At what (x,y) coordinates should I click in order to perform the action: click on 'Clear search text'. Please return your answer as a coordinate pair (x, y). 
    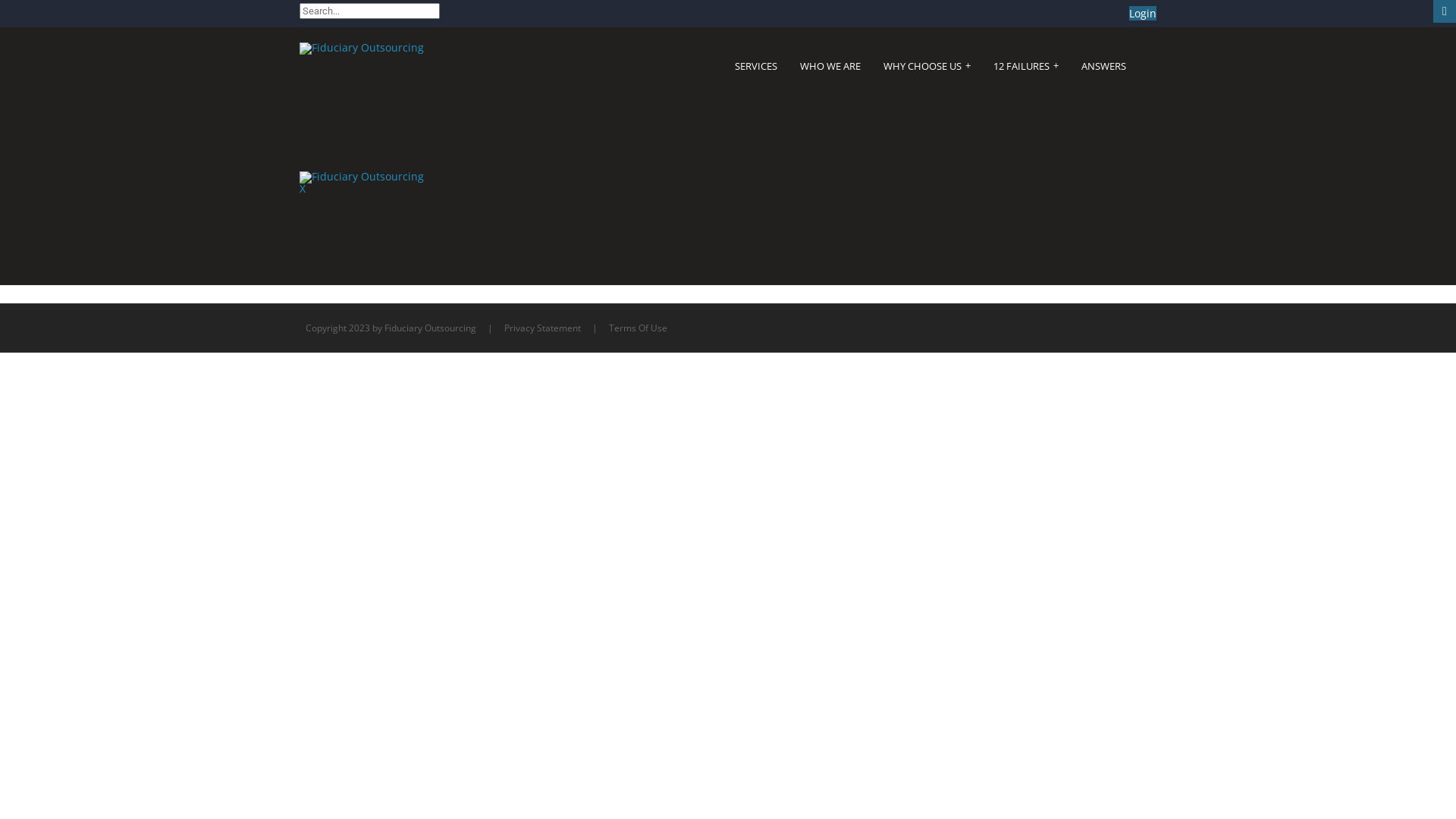
    Looking at the image, I should click on (425, 32).